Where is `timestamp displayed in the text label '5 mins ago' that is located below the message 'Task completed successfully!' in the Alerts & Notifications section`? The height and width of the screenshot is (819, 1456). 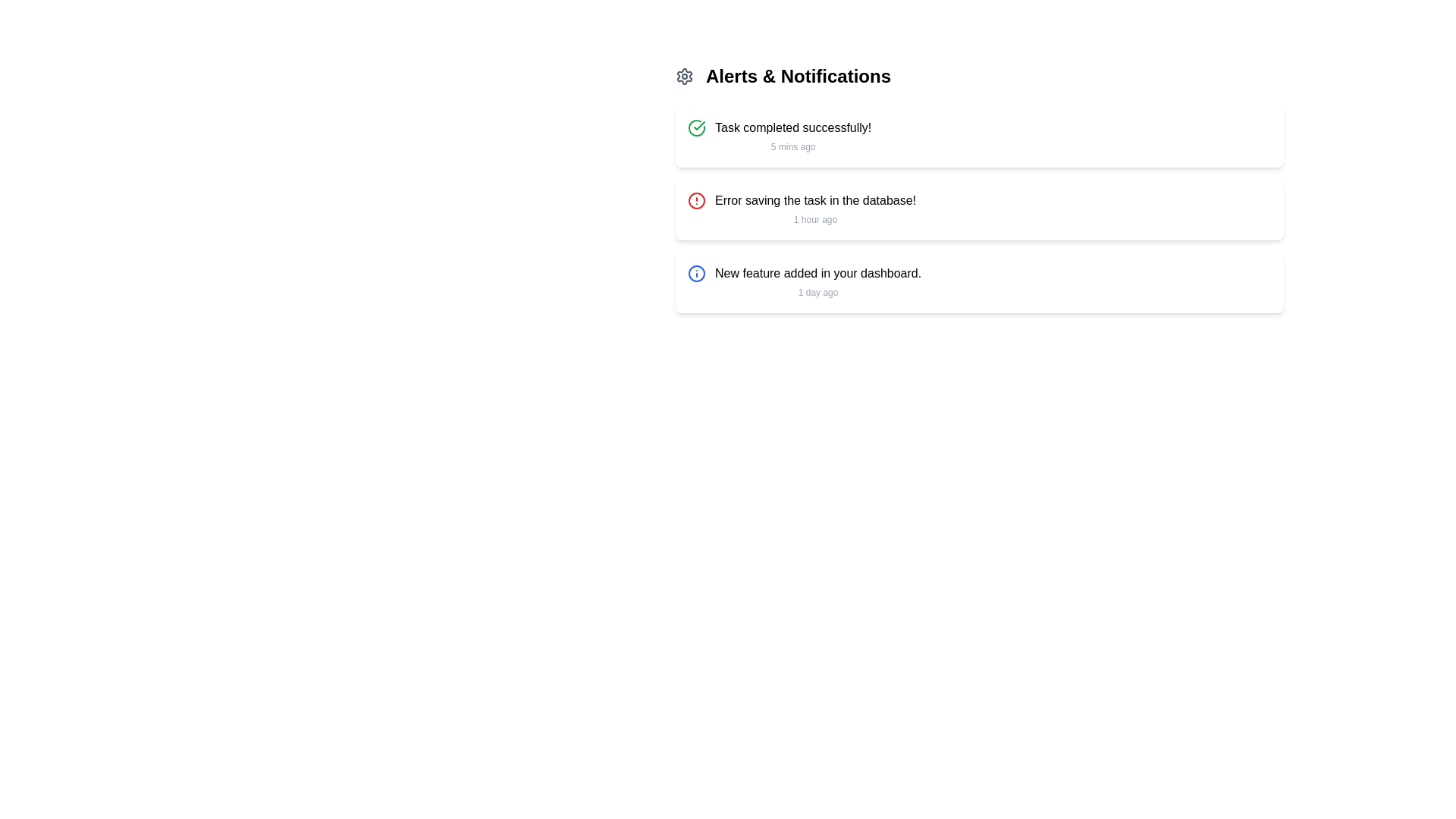 timestamp displayed in the text label '5 mins ago' that is located below the message 'Task completed successfully!' in the Alerts & Notifications section is located at coordinates (792, 146).